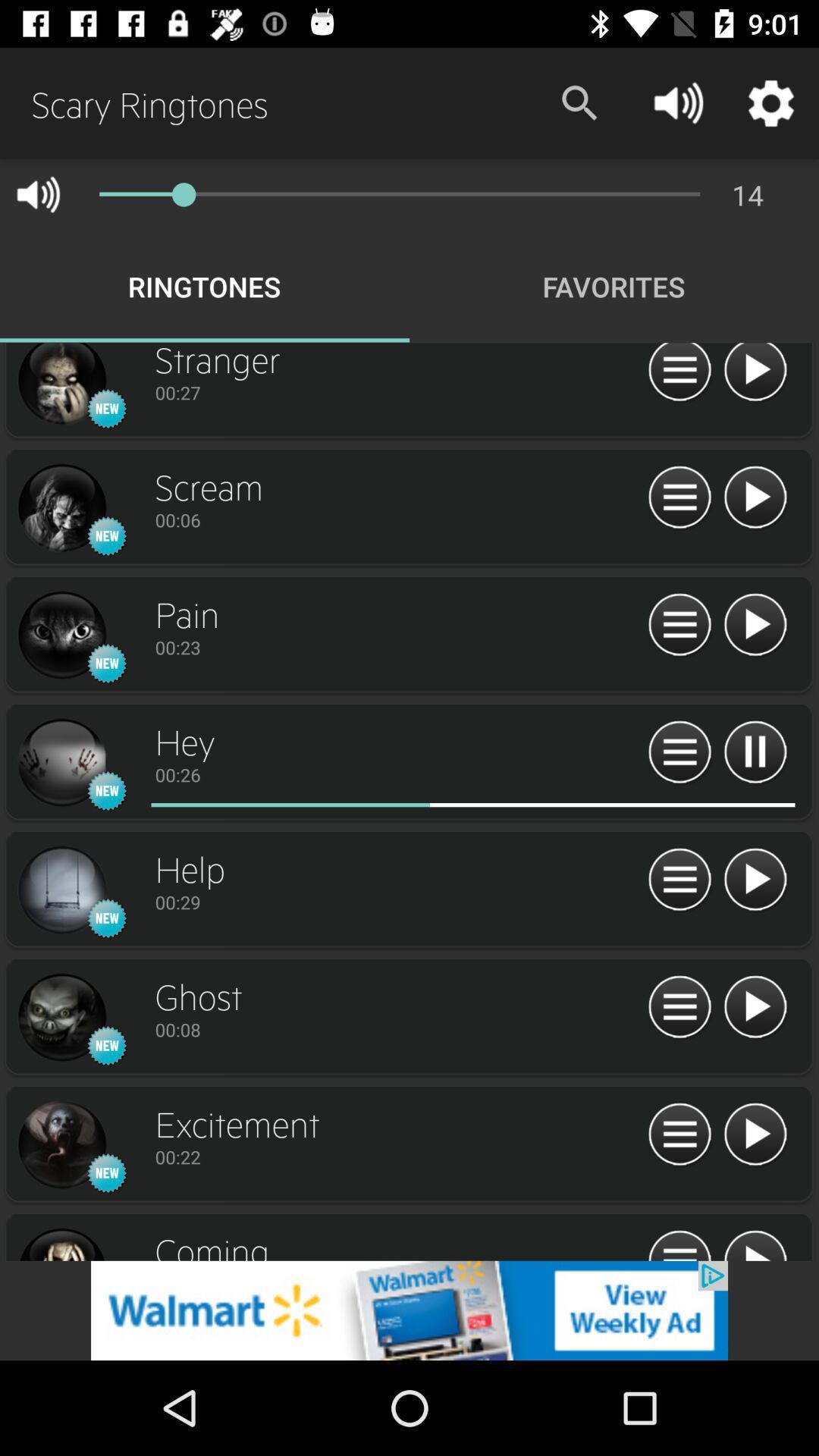  What do you see at coordinates (755, 498) in the screenshot?
I see `previous` at bounding box center [755, 498].